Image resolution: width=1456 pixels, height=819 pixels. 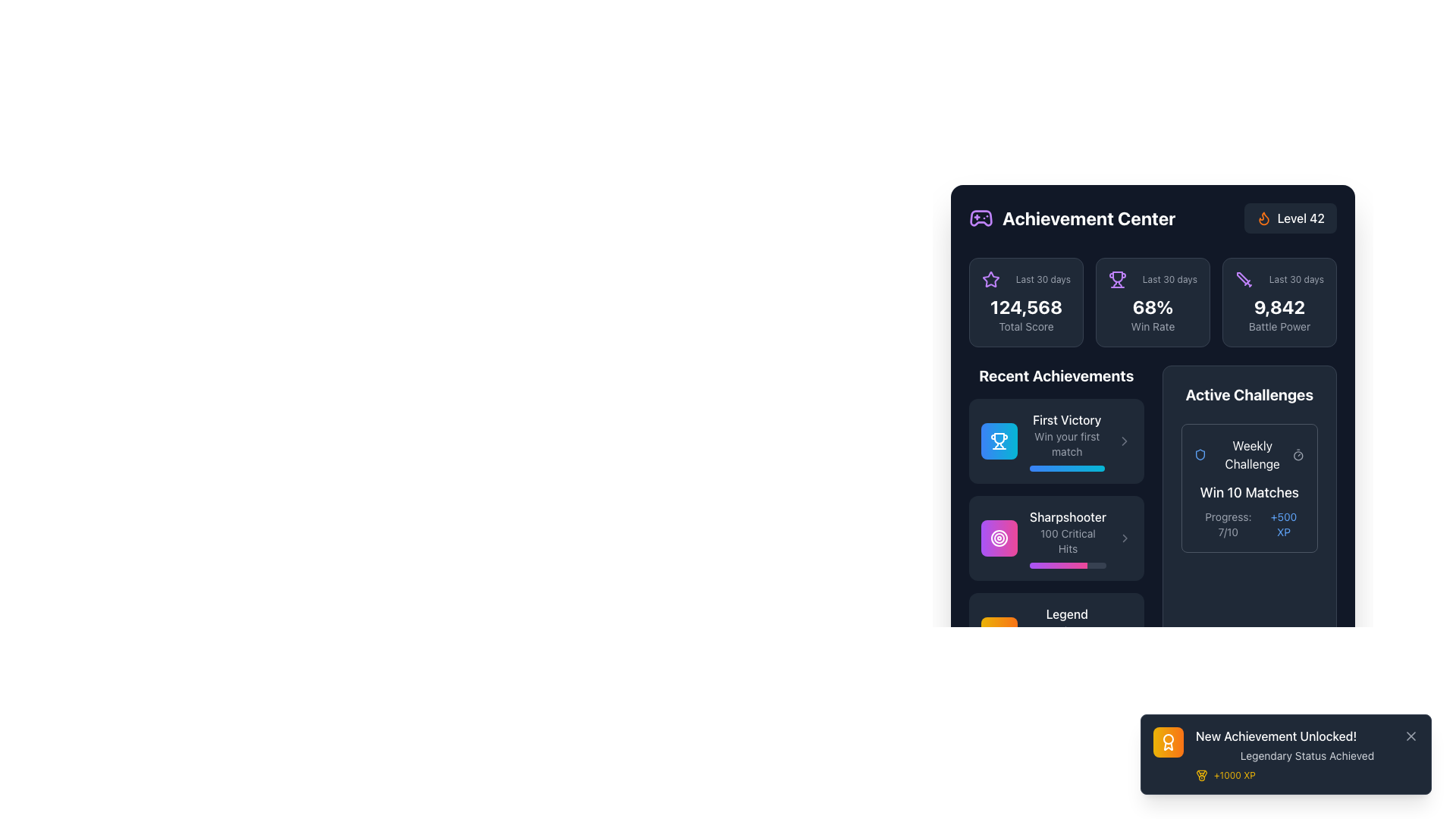 What do you see at coordinates (990, 278) in the screenshot?
I see `purple star-shaped icon located in the 'Achievement Center' dashboard, positioned near the 'Total Score' statistic box, using developer tools` at bounding box center [990, 278].